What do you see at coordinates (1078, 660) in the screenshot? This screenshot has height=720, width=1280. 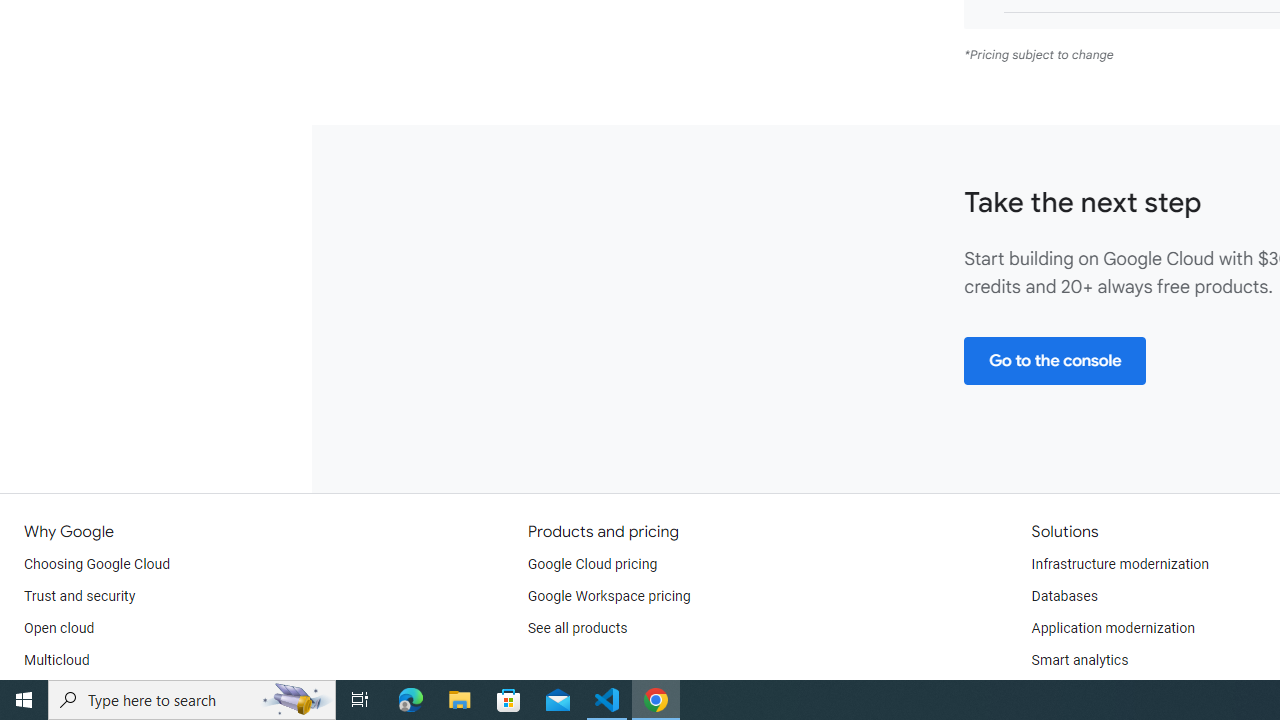 I see `'Smart analytics'` at bounding box center [1078, 660].